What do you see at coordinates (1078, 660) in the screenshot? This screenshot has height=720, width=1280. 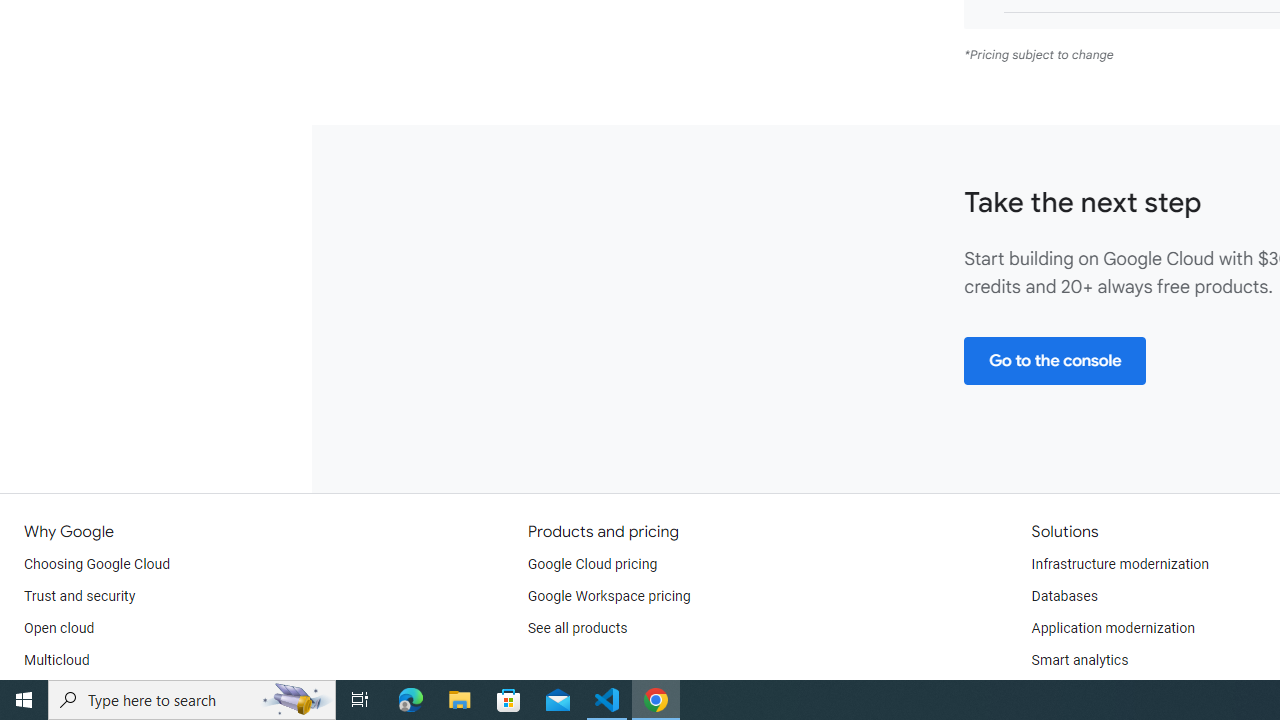 I see `'Smart analytics'` at bounding box center [1078, 660].